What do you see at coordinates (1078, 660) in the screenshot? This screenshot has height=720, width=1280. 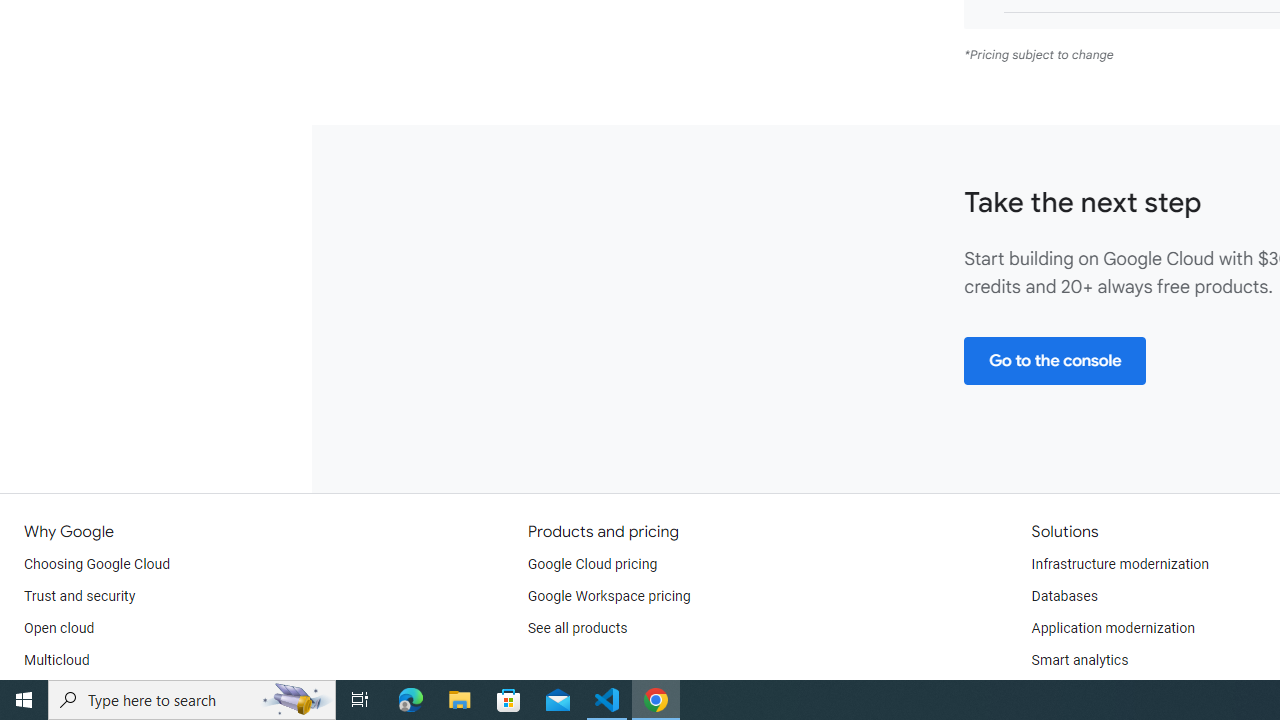 I see `'Smart analytics'` at bounding box center [1078, 660].